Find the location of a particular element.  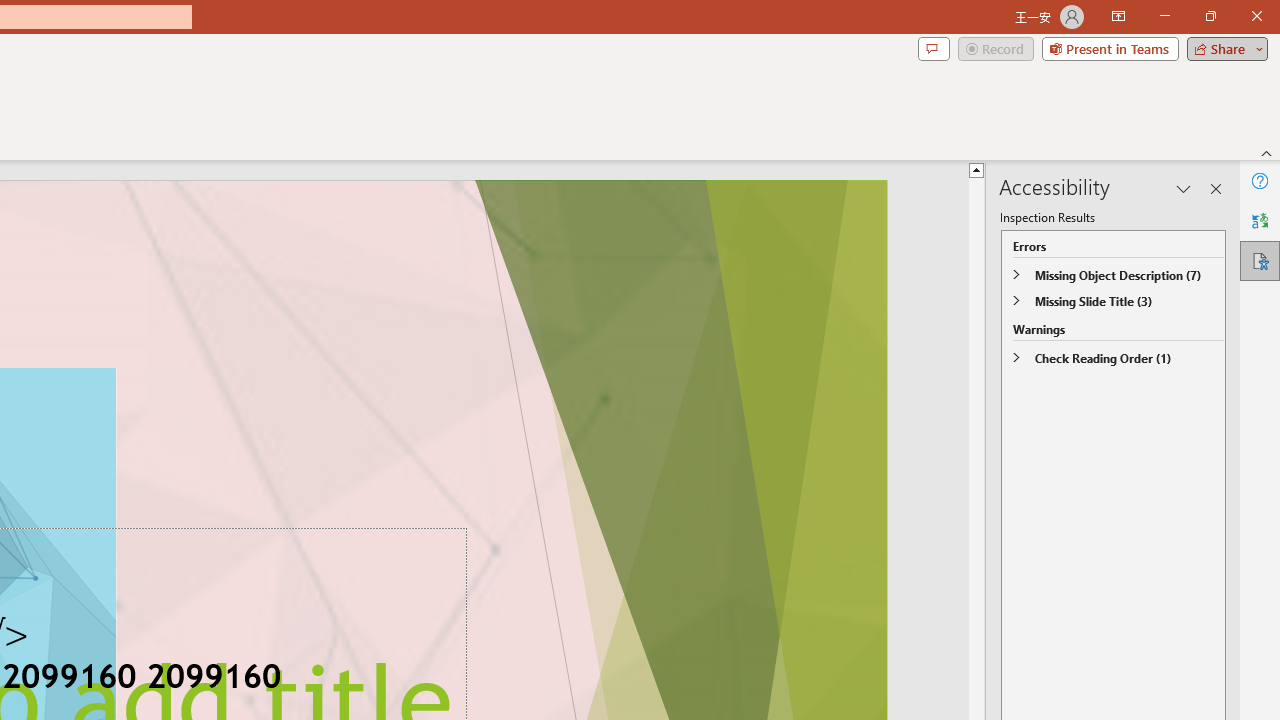

'Present in Teams' is located at coordinates (1109, 47).